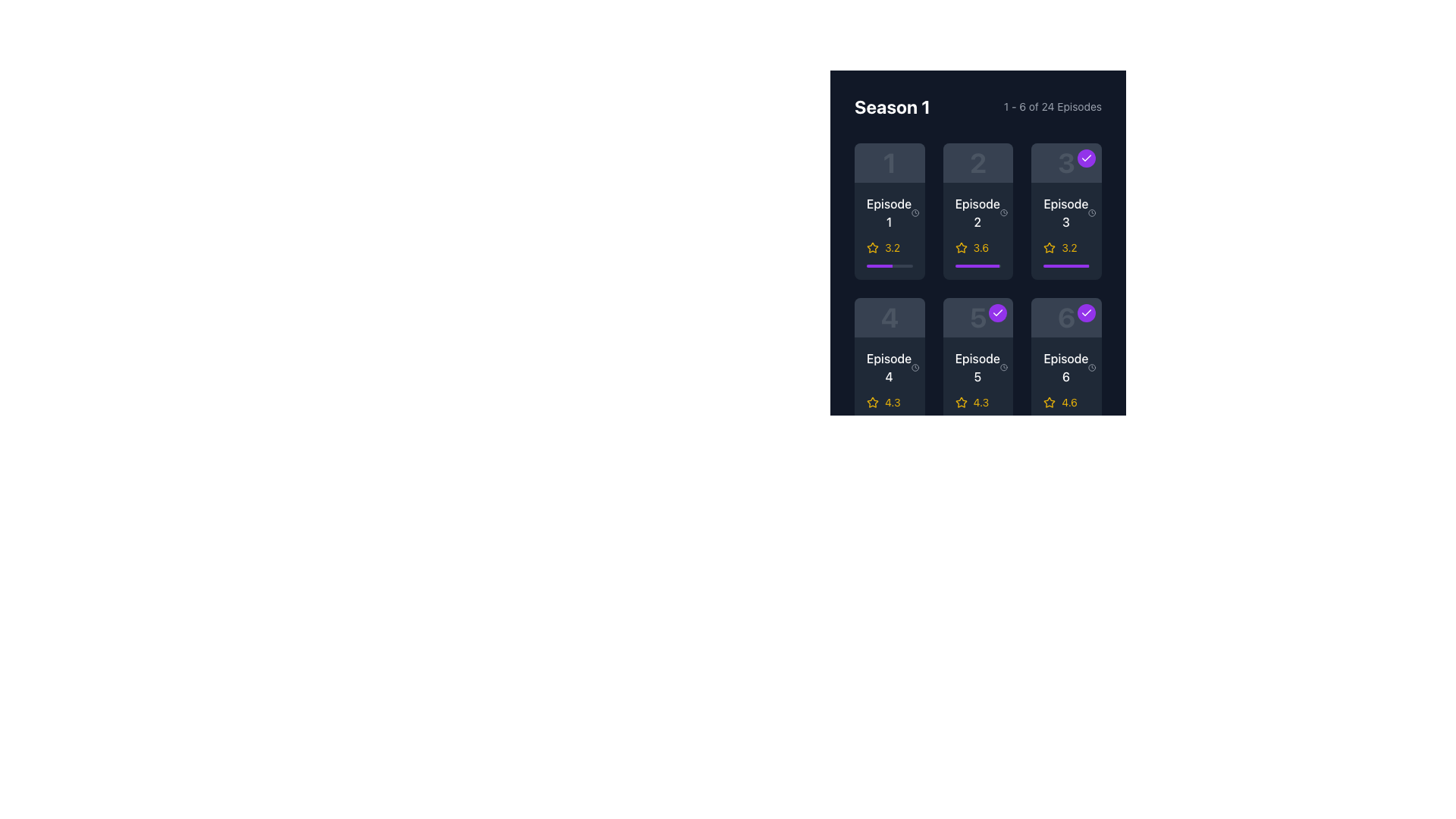 The width and height of the screenshot is (1456, 819). I want to click on the first episode's informational display card located in the upper-left quadrant of the grid layout, so click(890, 231).